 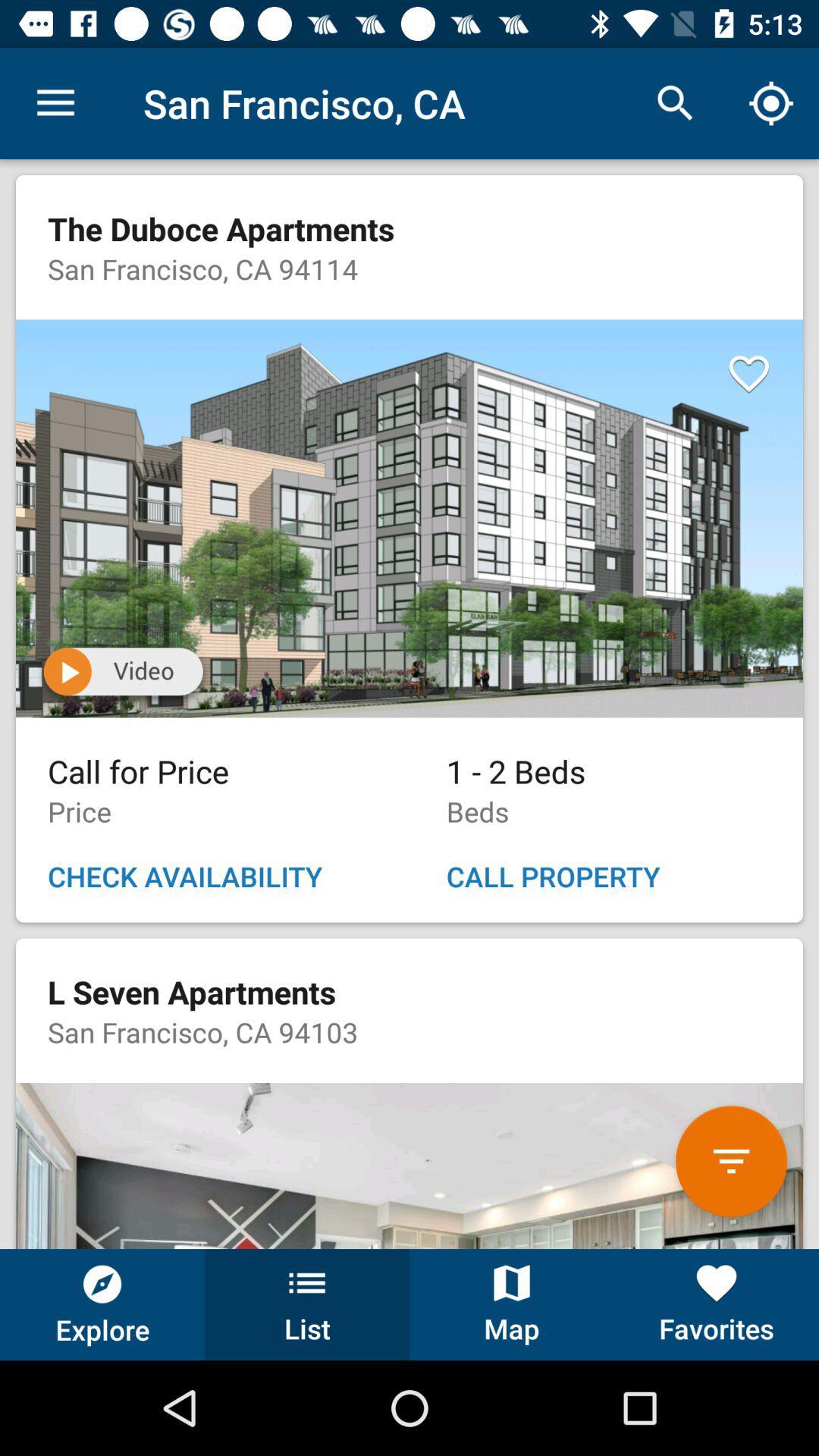 What do you see at coordinates (730, 1160) in the screenshot?
I see `the filter_list icon` at bounding box center [730, 1160].